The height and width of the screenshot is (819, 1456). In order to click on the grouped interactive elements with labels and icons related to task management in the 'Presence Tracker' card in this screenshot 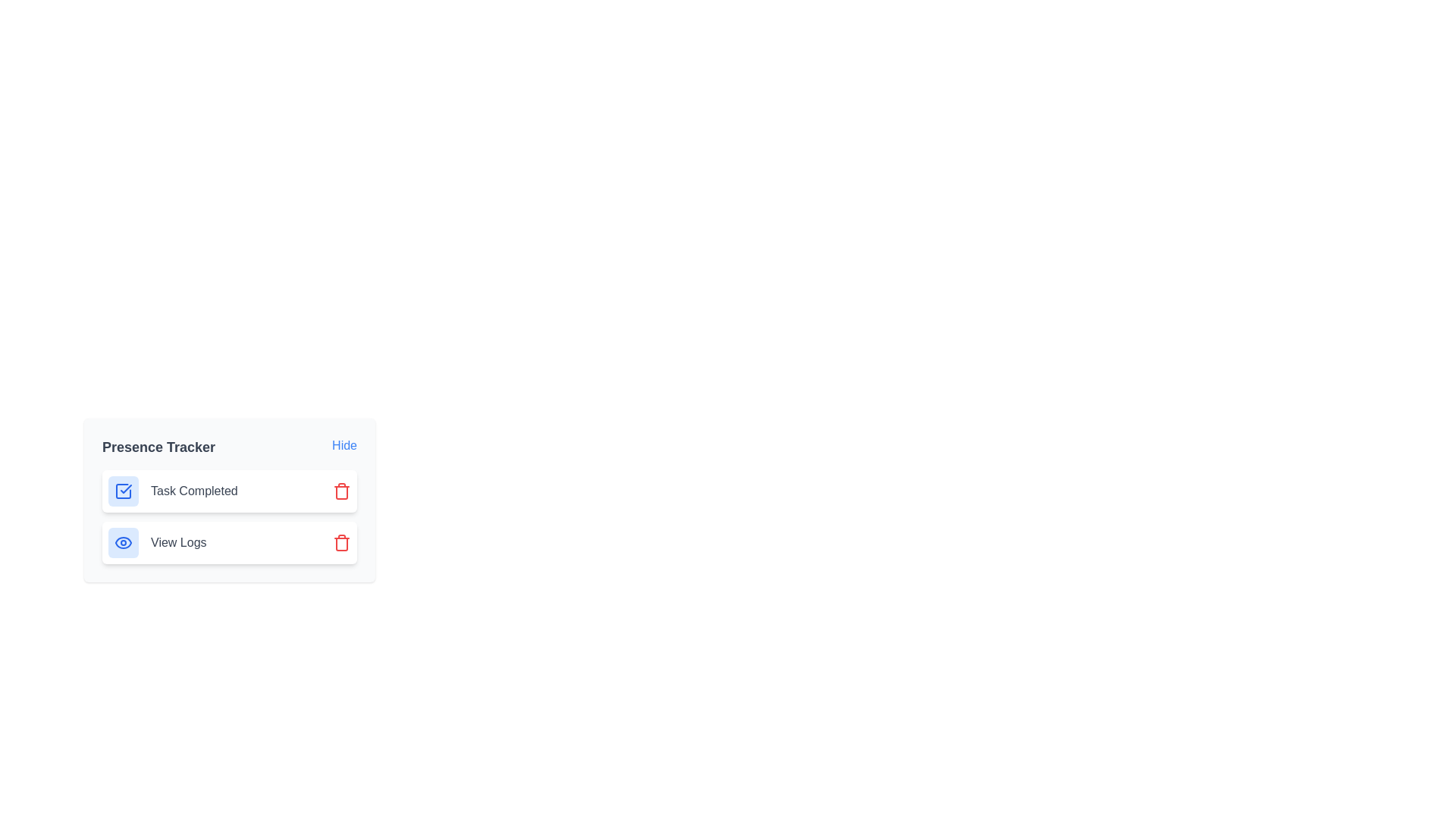, I will do `click(228, 516)`.